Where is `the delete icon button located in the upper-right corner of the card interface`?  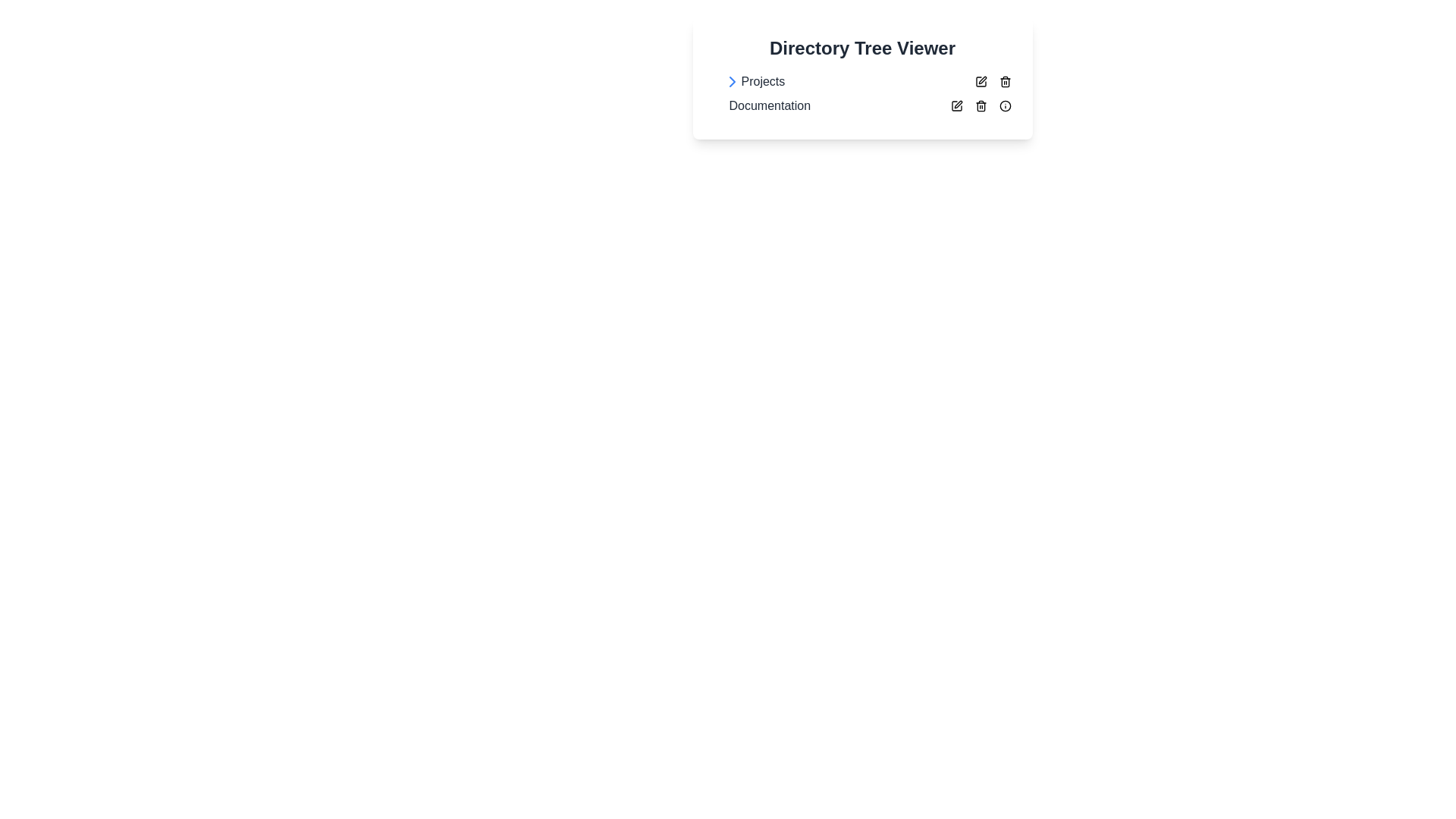
the delete icon button located in the upper-right corner of the card interface is located at coordinates (1005, 82).